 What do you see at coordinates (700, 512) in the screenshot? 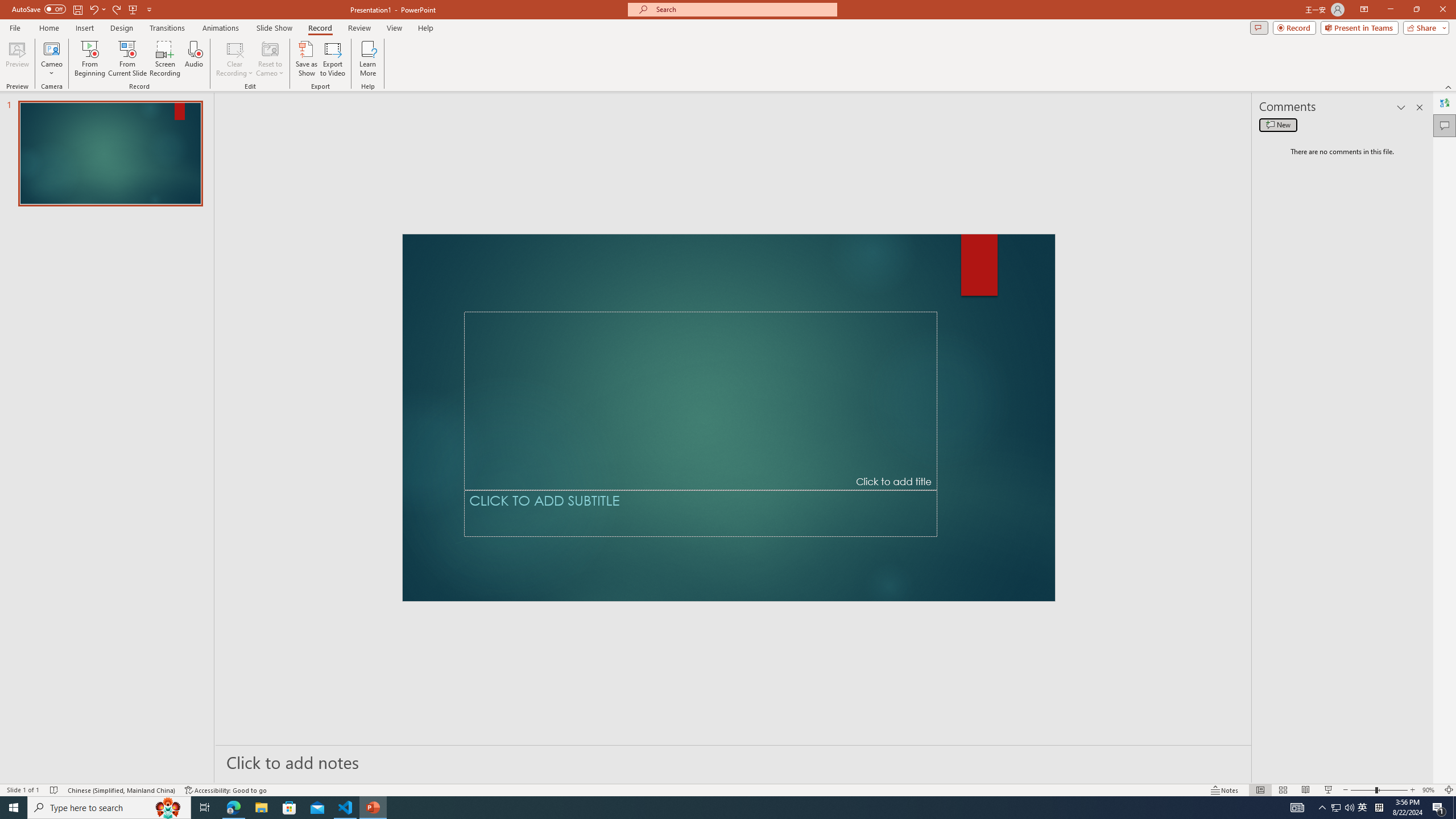
I see `'Subtitle TextBox'` at bounding box center [700, 512].